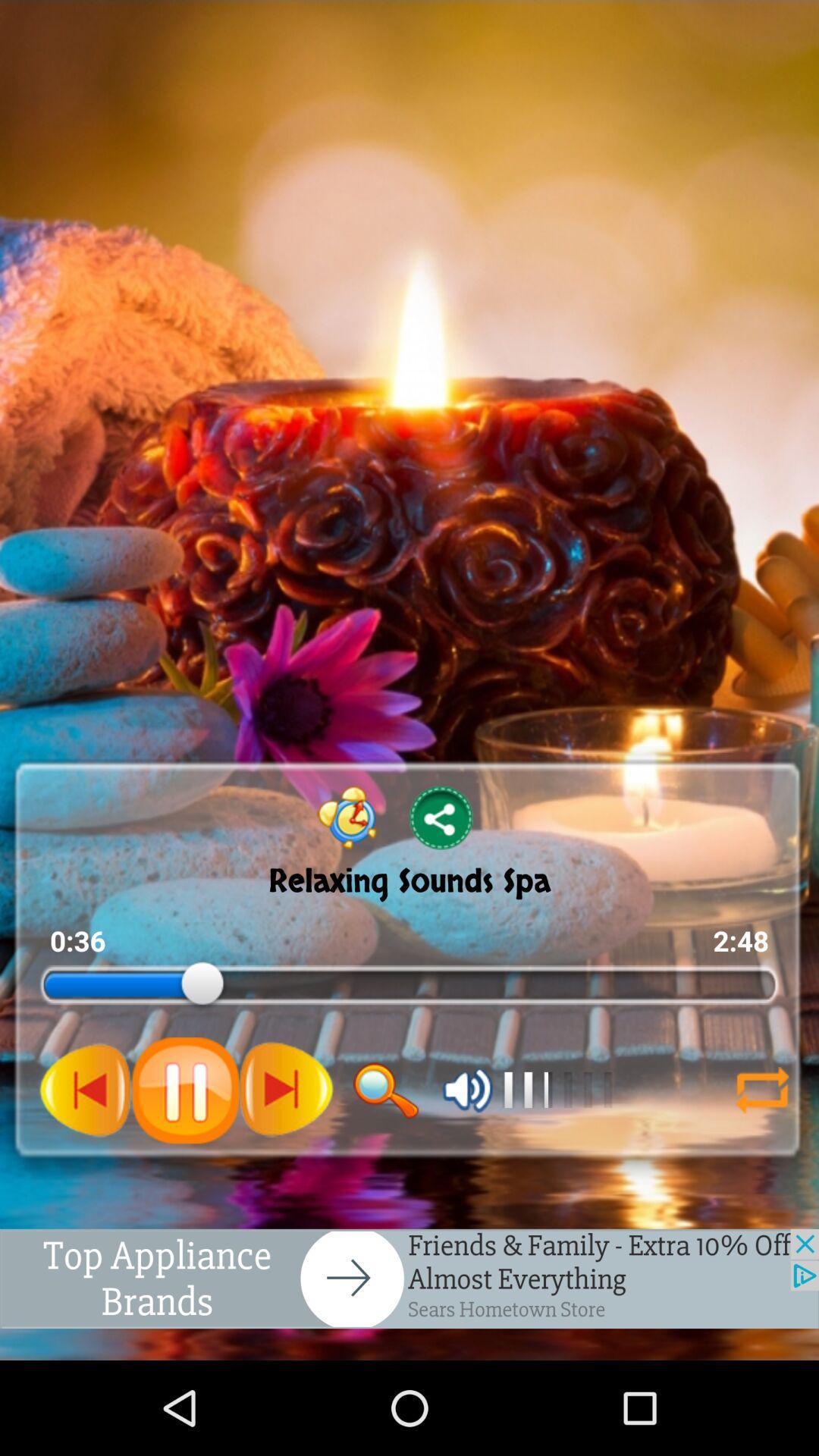 The height and width of the screenshot is (1456, 819). Describe the element at coordinates (286, 1089) in the screenshot. I see `forward` at that location.